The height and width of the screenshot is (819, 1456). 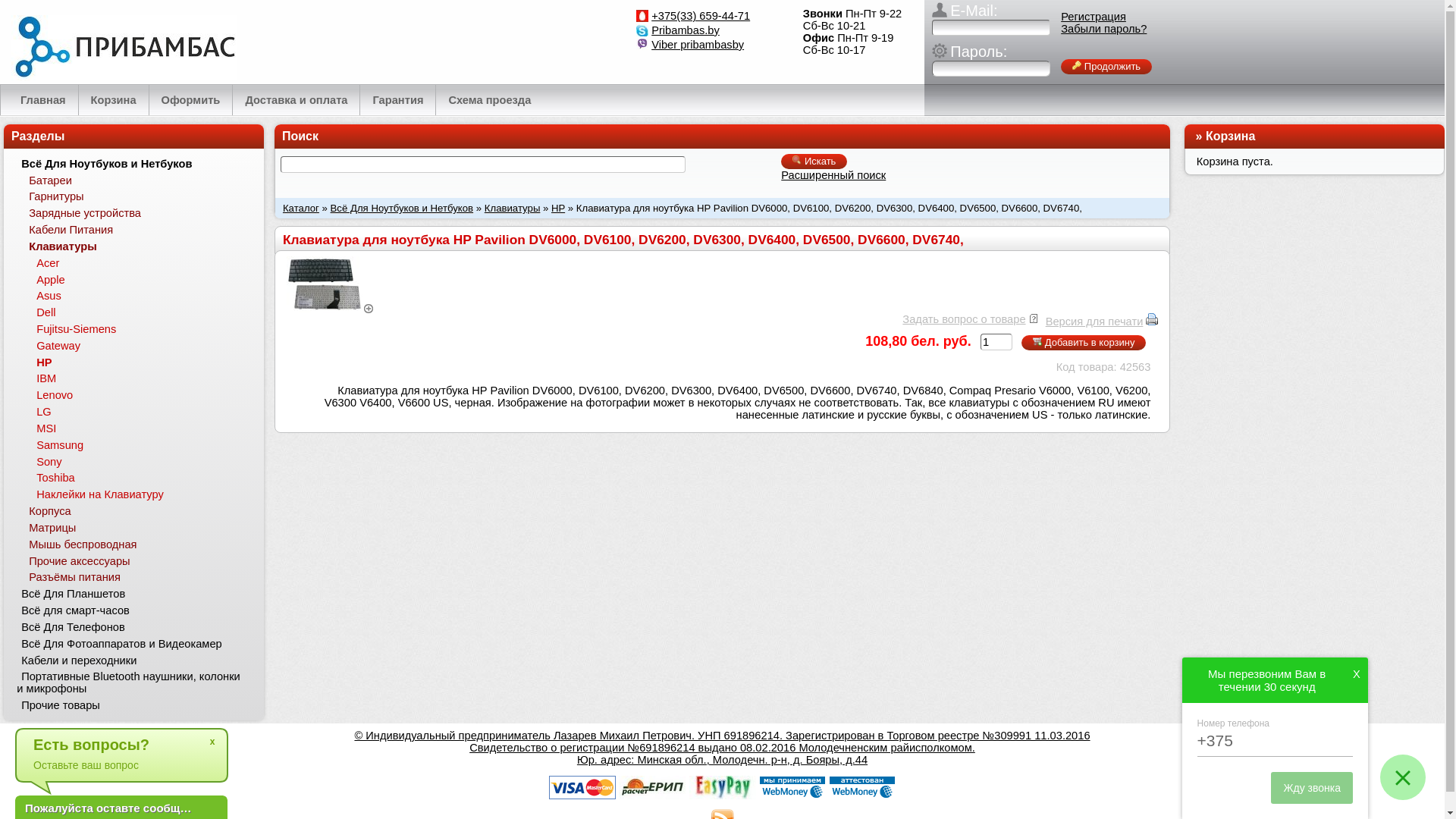 I want to click on 'Samsung', so click(x=32, y=444).